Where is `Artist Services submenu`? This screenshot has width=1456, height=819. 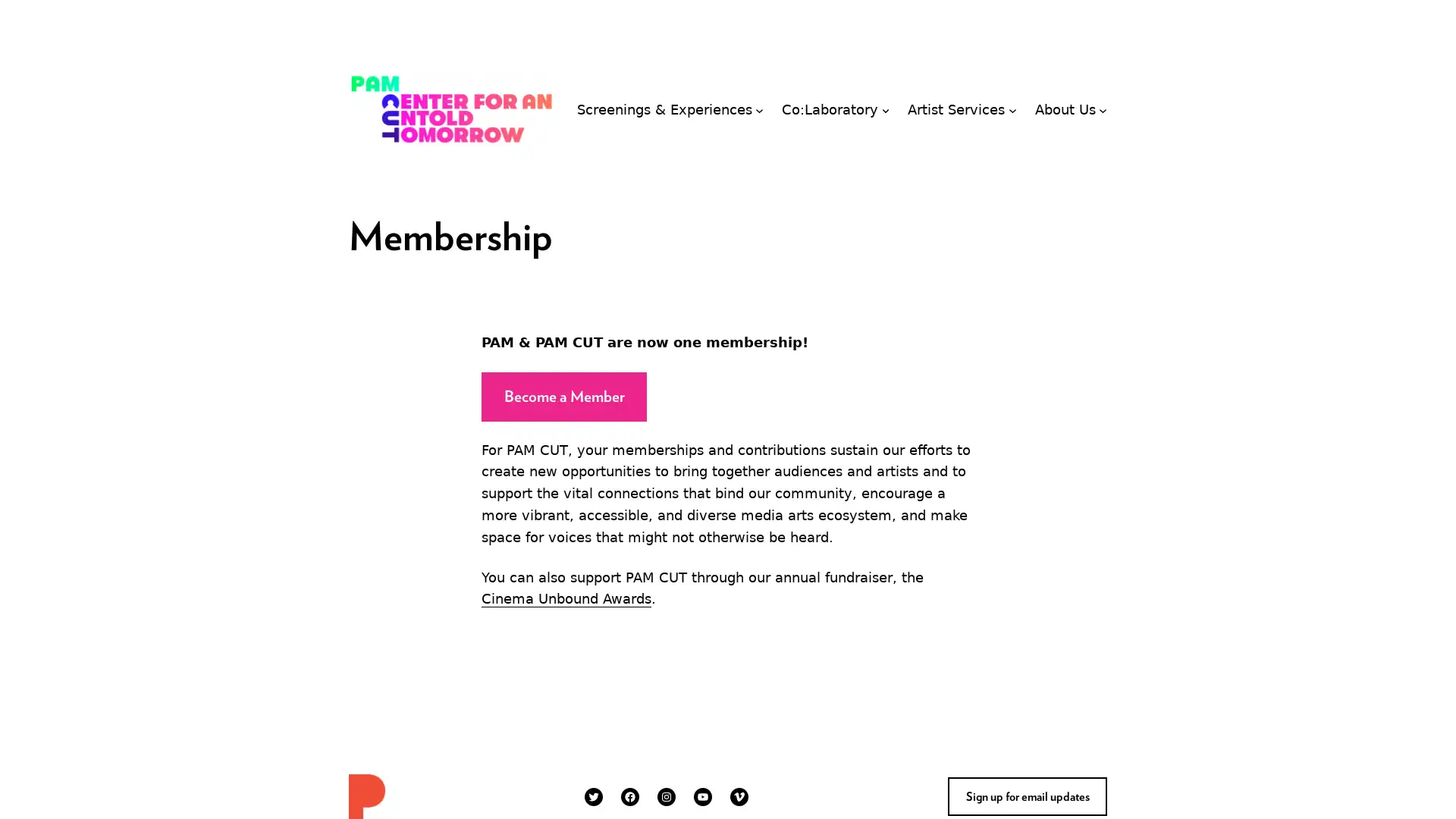
Artist Services submenu is located at coordinates (1012, 108).